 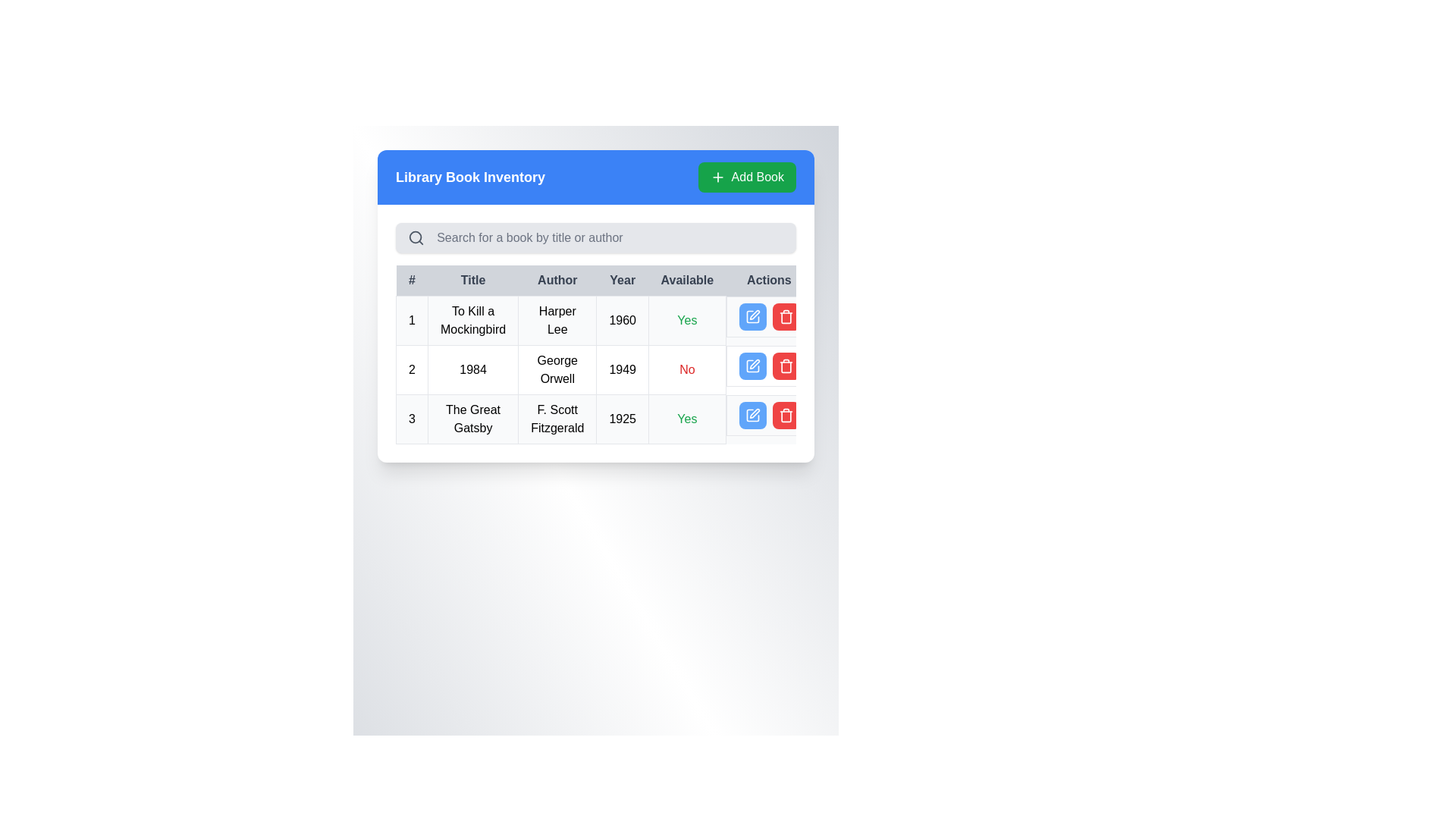 I want to click on information displayed in the text display cell containing 'The Great Gatsby', which is the second cell in the third row of the table under the 'Title' column, so click(x=472, y=419).